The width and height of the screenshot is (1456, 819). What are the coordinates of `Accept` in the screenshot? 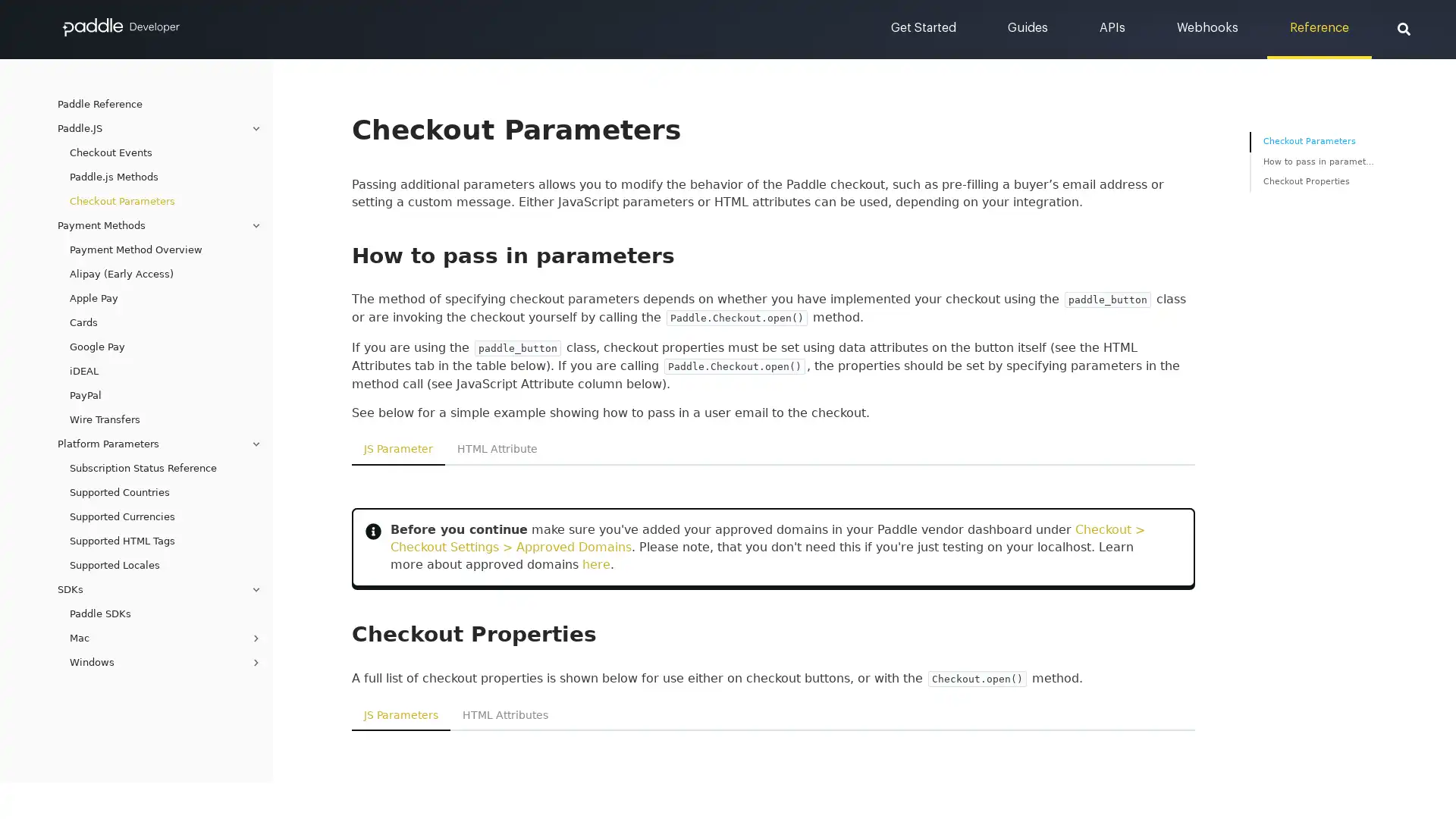 It's located at (1029, 186).